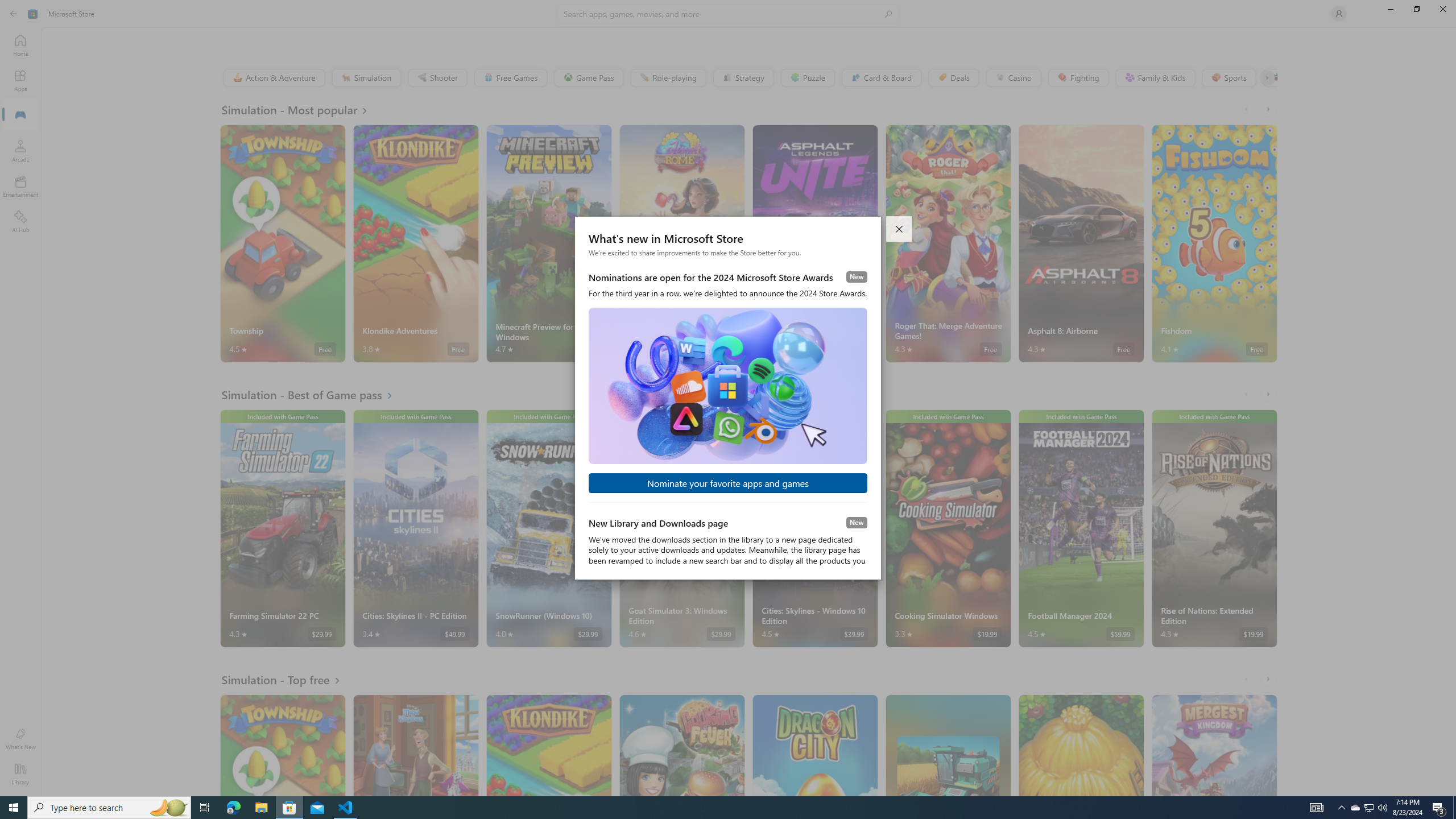 This screenshot has height=819, width=1456. I want to click on 'Shooter', so click(436, 77).